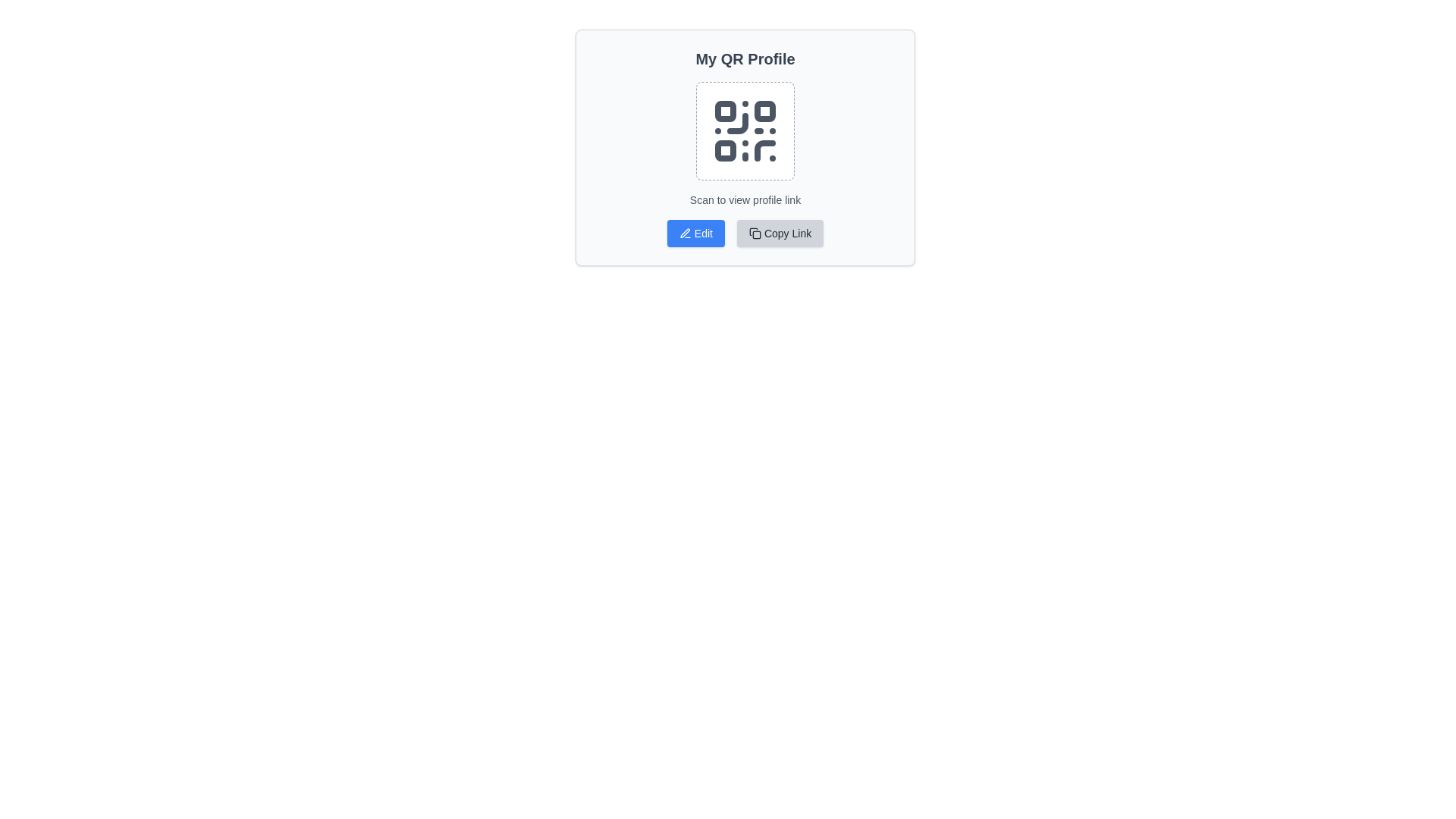 The width and height of the screenshot is (1456, 819). Describe the element at coordinates (745, 130) in the screenshot. I see `the QR code icon with dashed borders located in the 'My QR Profile' section, positioned below the heading 'My QR Profile' to scan it with a device` at that location.